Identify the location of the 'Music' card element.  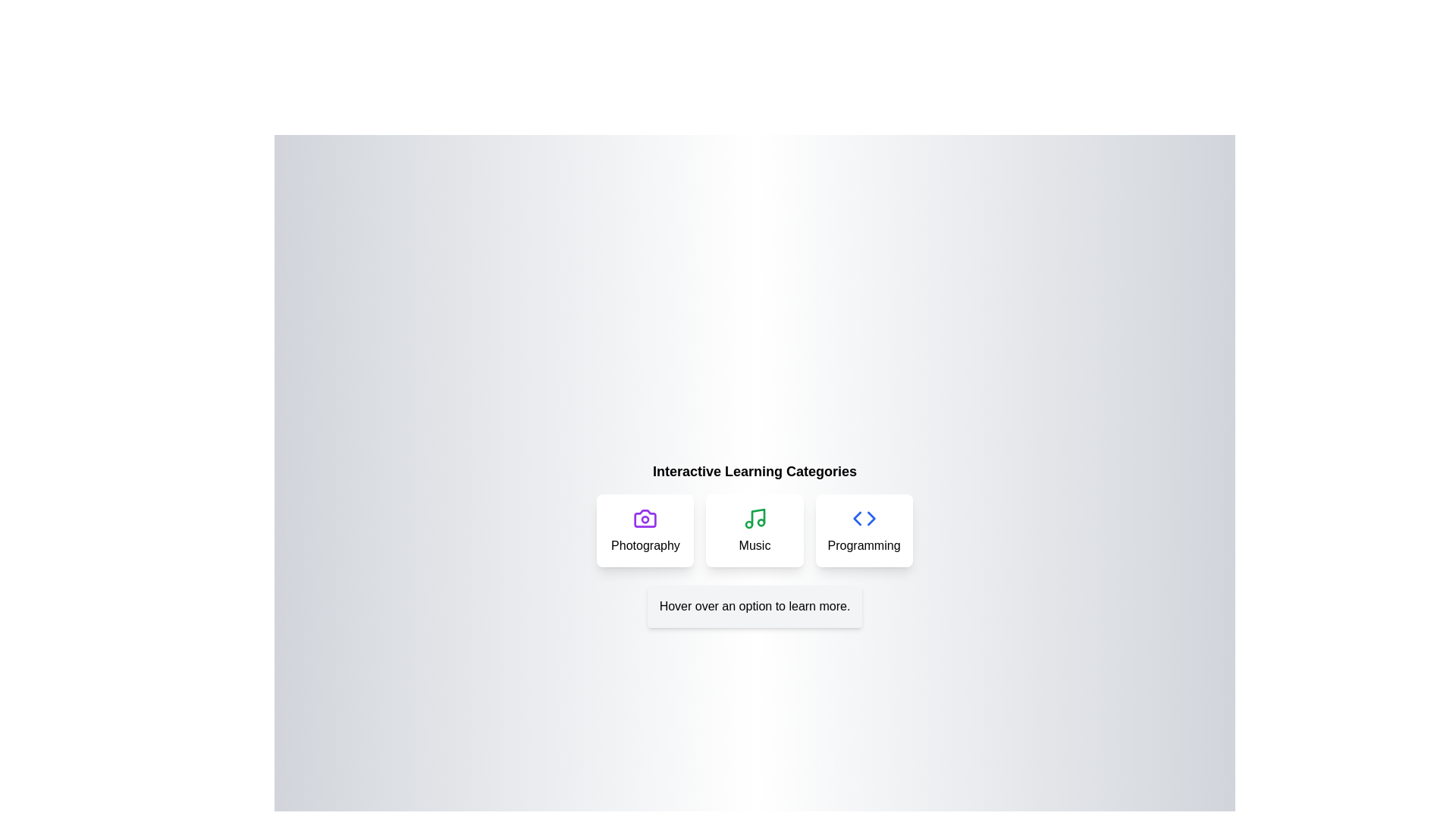
(755, 529).